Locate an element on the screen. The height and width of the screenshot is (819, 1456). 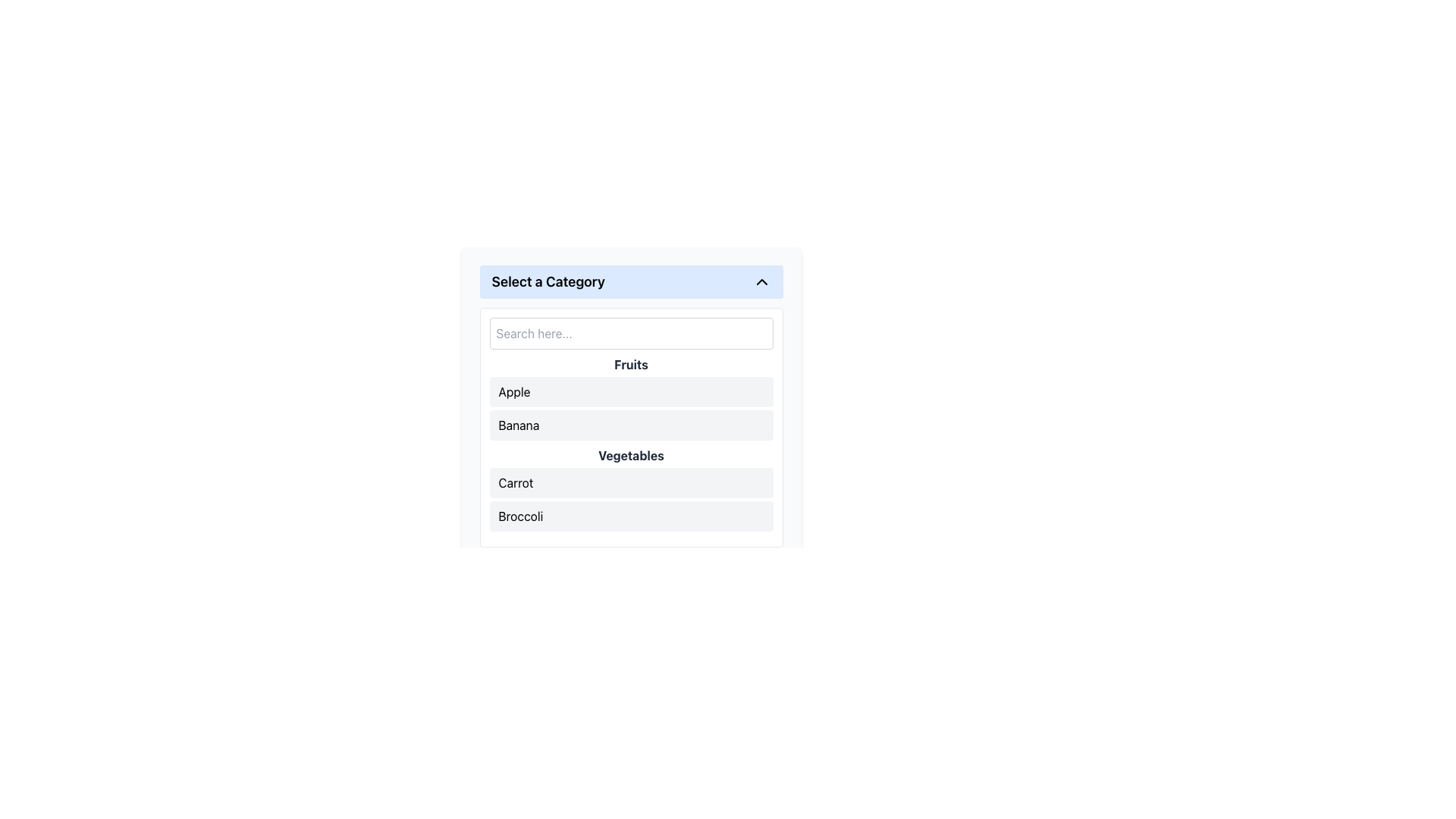
text of the label displaying 'Carrot', which is the first entry in the 'Vegetables' section of the vertical list under 'Select a Category' is located at coordinates (516, 482).